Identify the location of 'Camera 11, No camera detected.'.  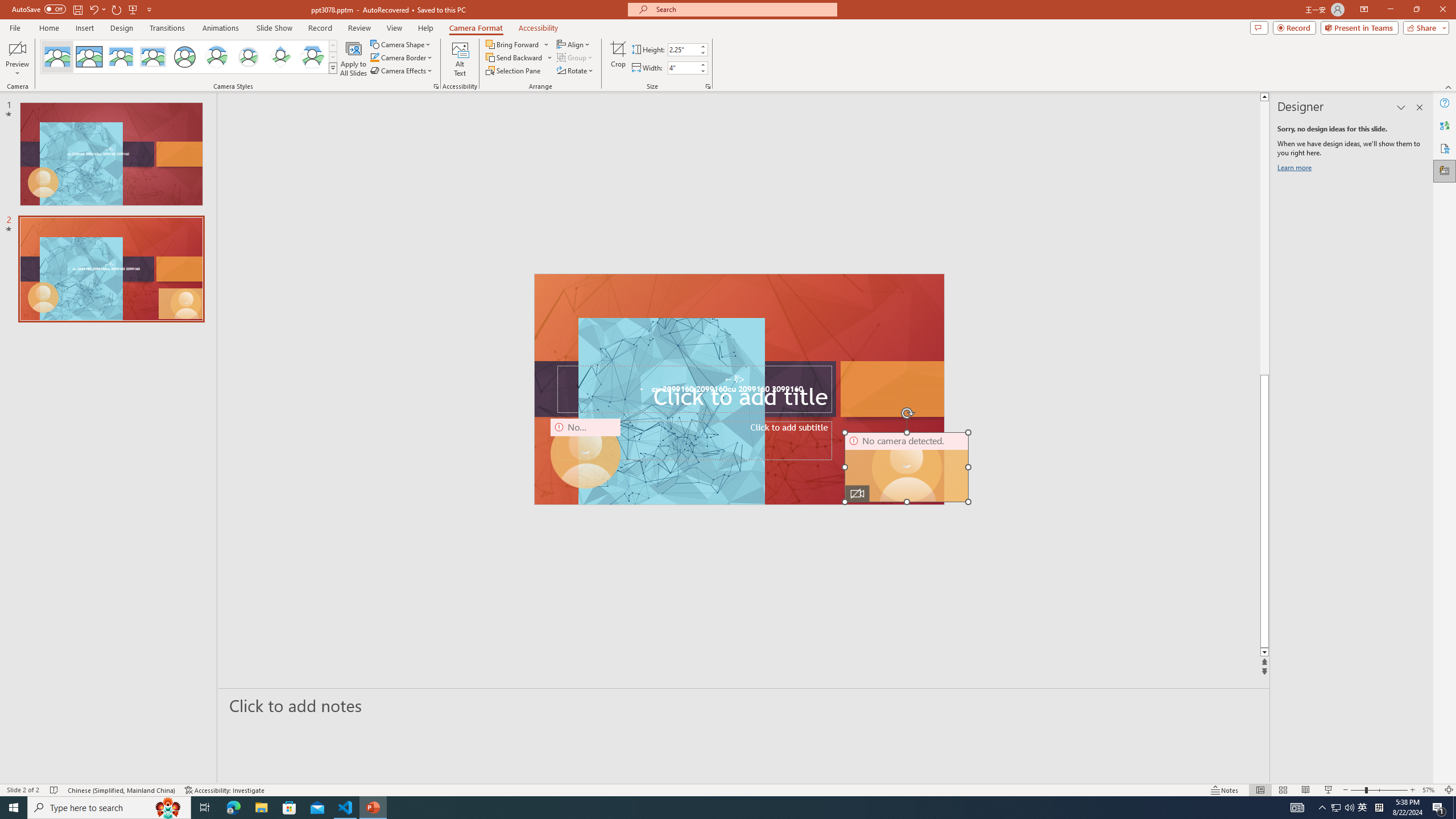
(906, 466).